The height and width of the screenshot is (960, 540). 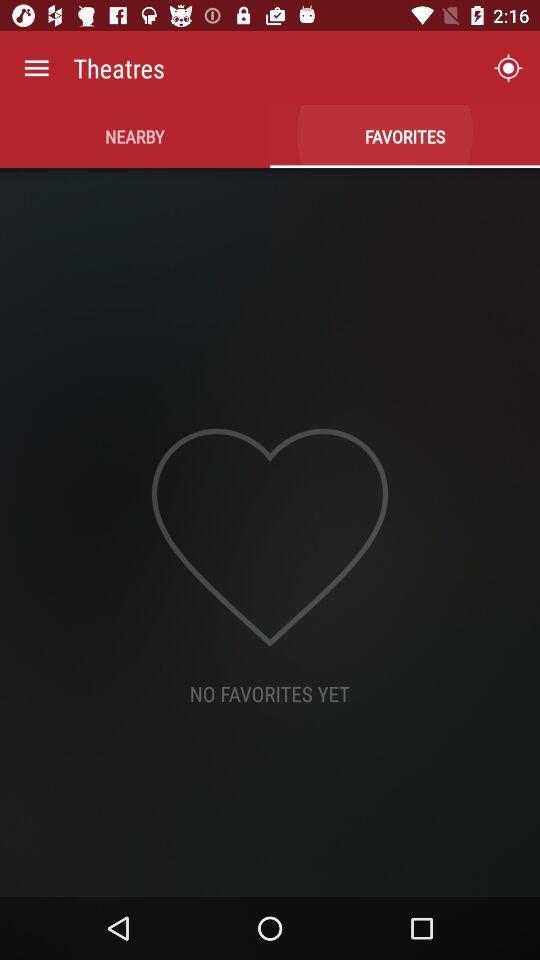 What do you see at coordinates (36, 68) in the screenshot?
I see `item next to the theatres icon` at bounding box center [36, 68].